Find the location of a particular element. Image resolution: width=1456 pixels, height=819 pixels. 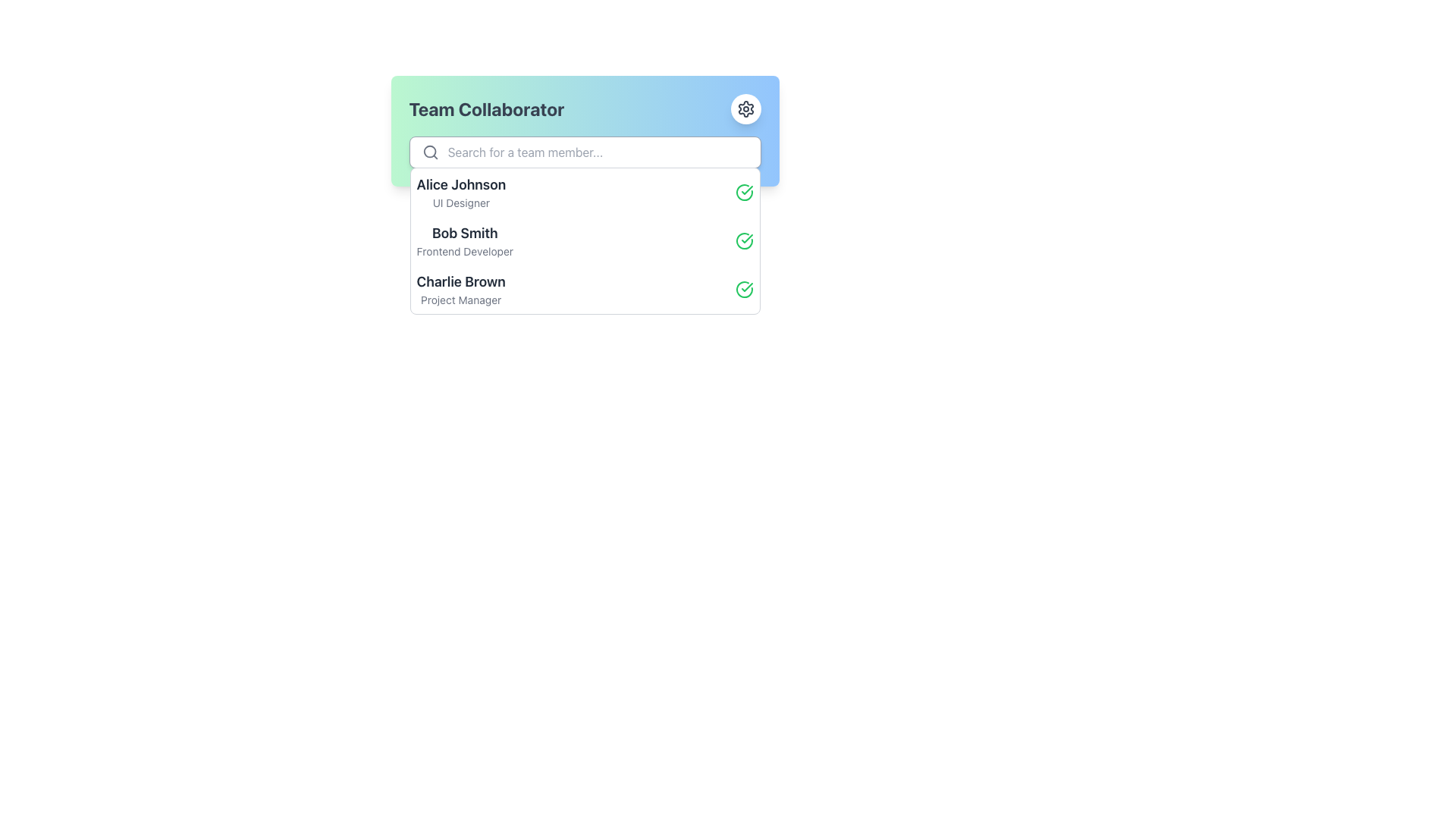

the static text displaying the name of a team member, located above the title 'Project Manager' and below 'Bob Smith' is located at coordinates (460, 281).